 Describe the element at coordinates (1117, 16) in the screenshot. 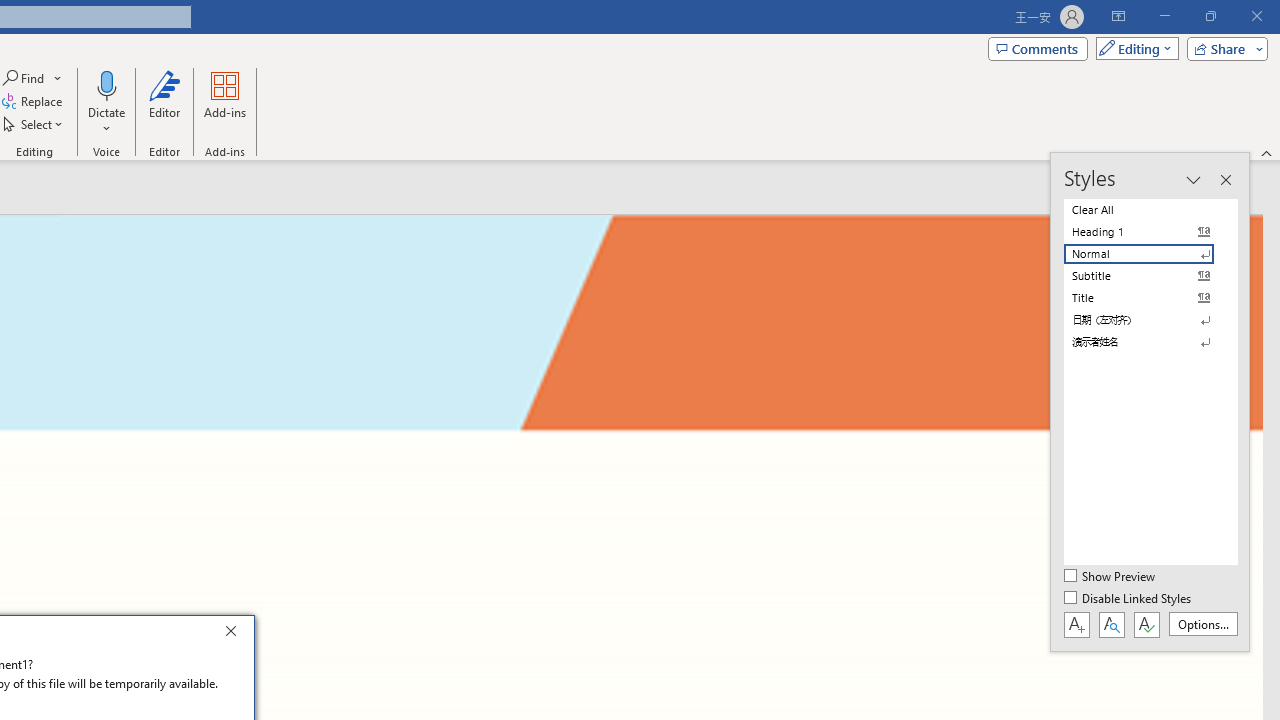

I see `'Ribbon Display Options'` at that location.